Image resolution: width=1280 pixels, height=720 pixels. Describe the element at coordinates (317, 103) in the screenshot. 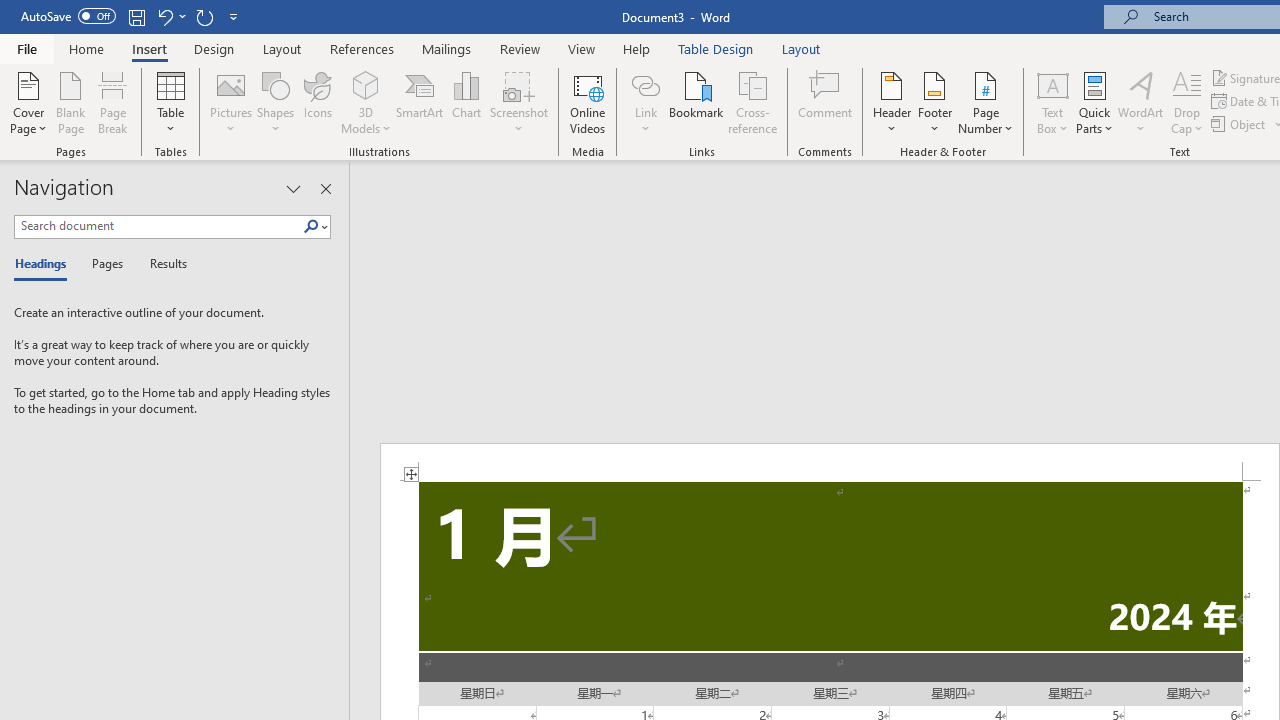

I see `'Icons'` at that location.